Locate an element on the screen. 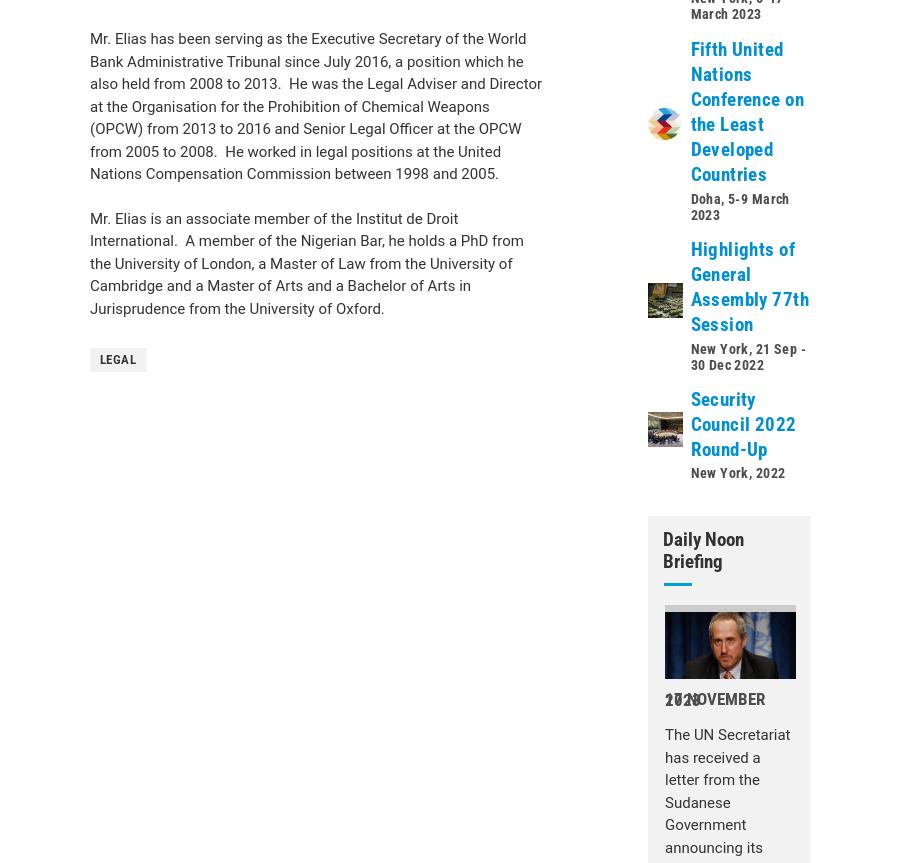 This screenshot has height=863, width=900. 'Quick Links' is located at coordinates (124, 194).